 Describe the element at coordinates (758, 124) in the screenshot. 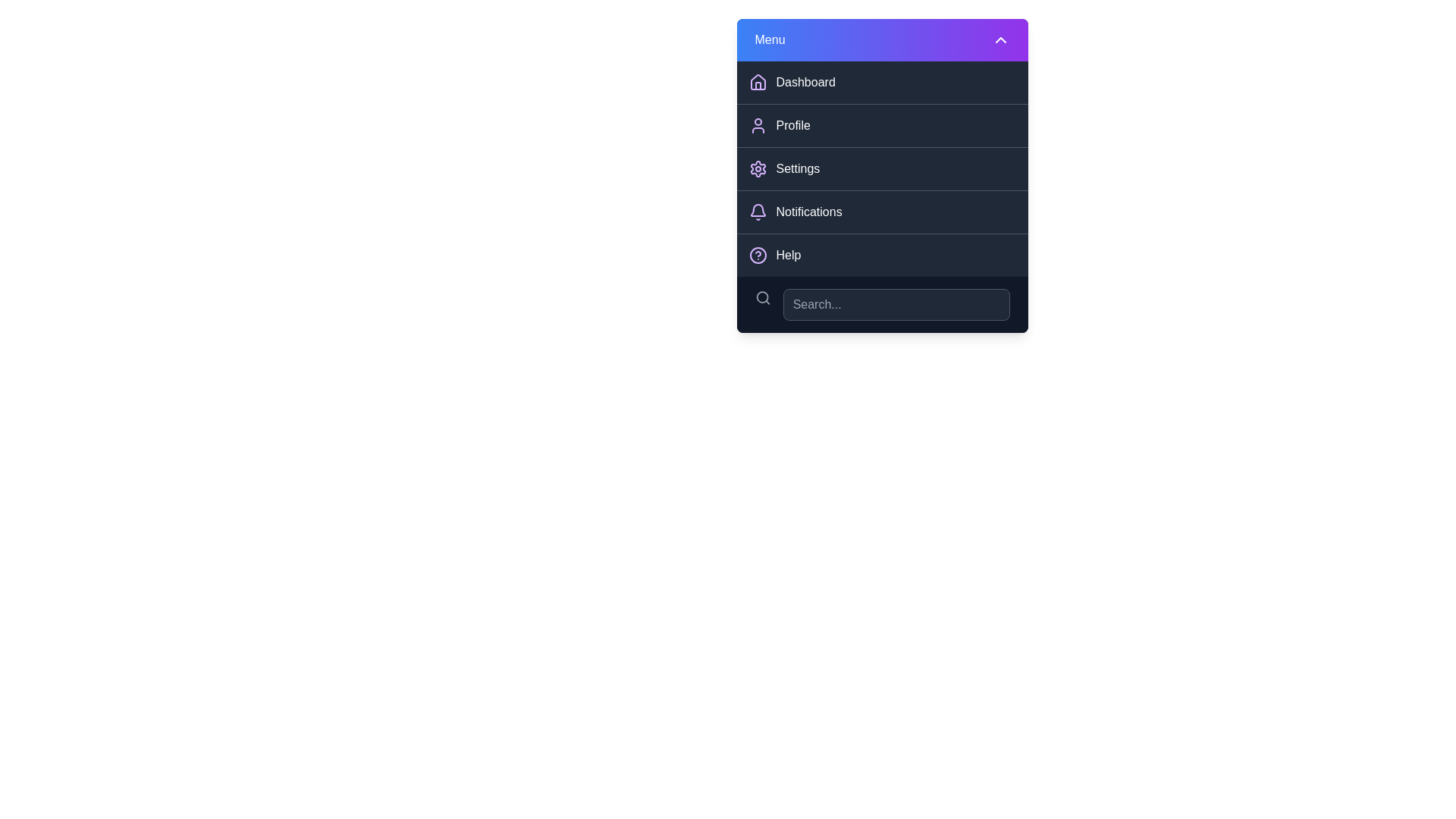

I see `the 'Profile' icon in the menu, which is located between 'Dashboard' and 'Settings', to provide a visual cue for the user` at that location.